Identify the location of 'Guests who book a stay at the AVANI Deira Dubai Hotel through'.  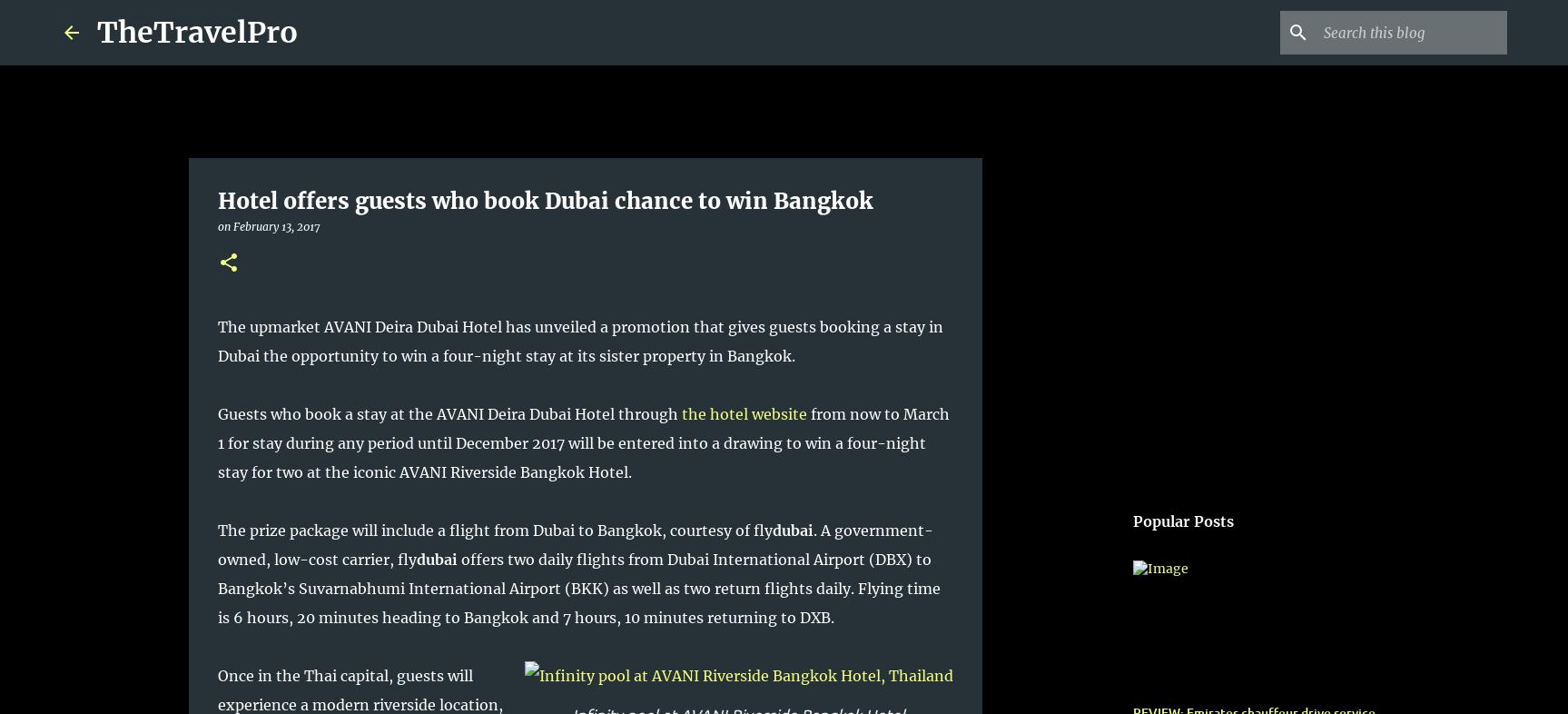
(448, 413).